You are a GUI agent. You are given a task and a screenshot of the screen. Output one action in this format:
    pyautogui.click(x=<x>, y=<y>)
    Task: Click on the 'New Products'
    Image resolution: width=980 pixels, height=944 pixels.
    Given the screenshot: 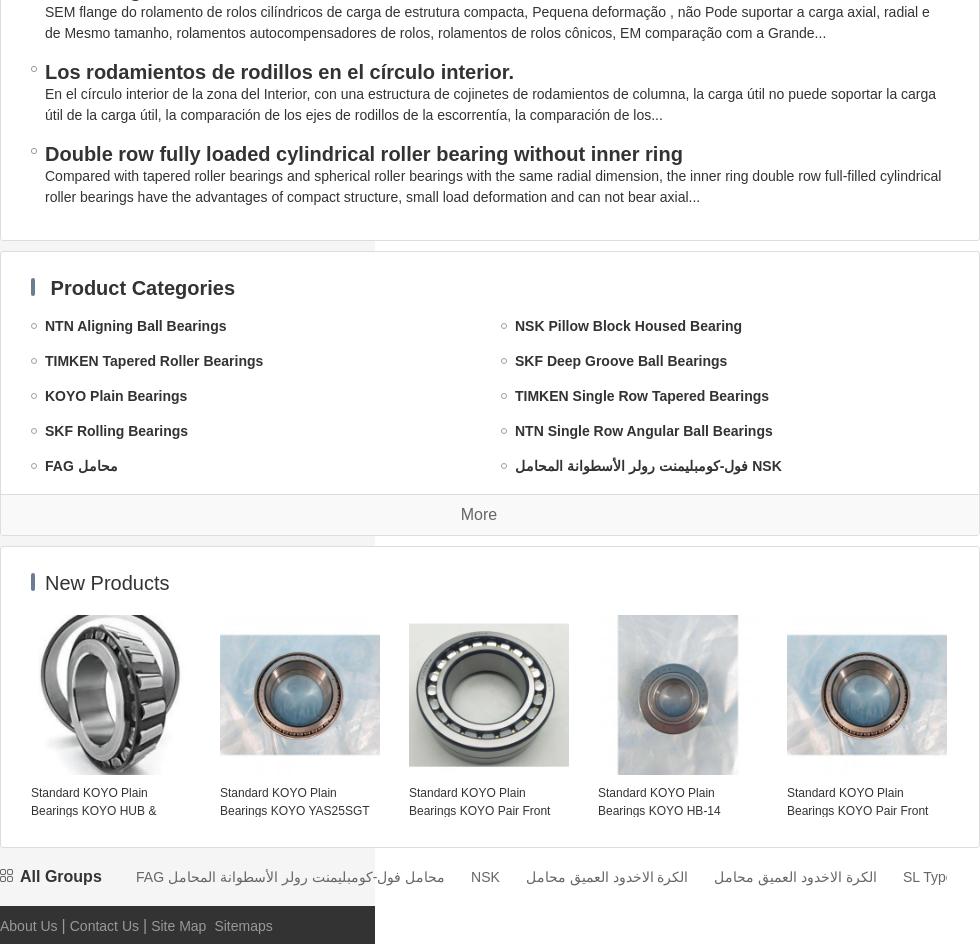 What is the action you would take?
    pyautogui.click(x=107, y=582)
    